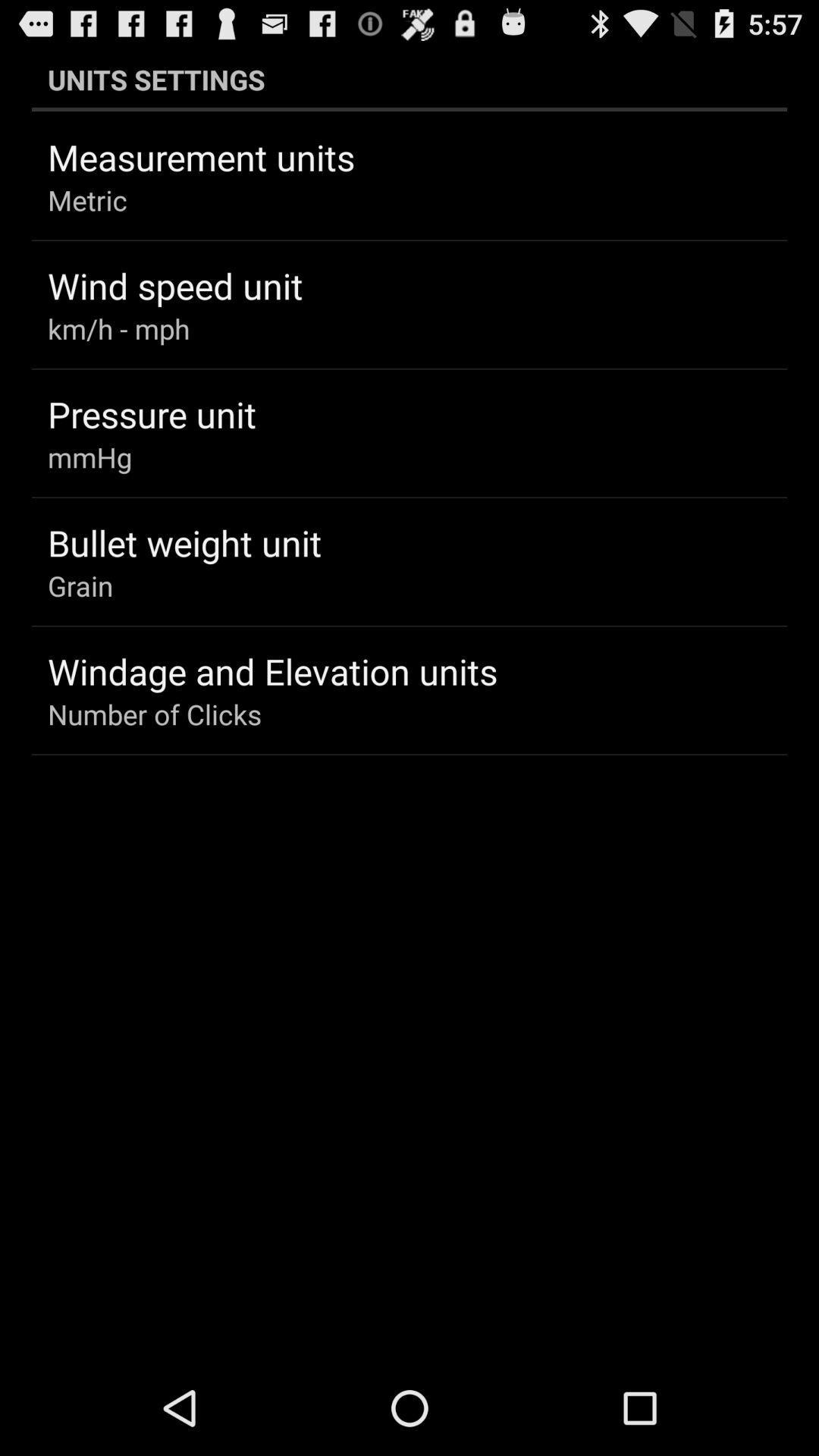 The height and width of the screenshot is (1456, 819). What do you see at coordinates (155, 713) in the screenshot?
I see `the item below the windage and elevation icon` at bounding box center [155, 713].